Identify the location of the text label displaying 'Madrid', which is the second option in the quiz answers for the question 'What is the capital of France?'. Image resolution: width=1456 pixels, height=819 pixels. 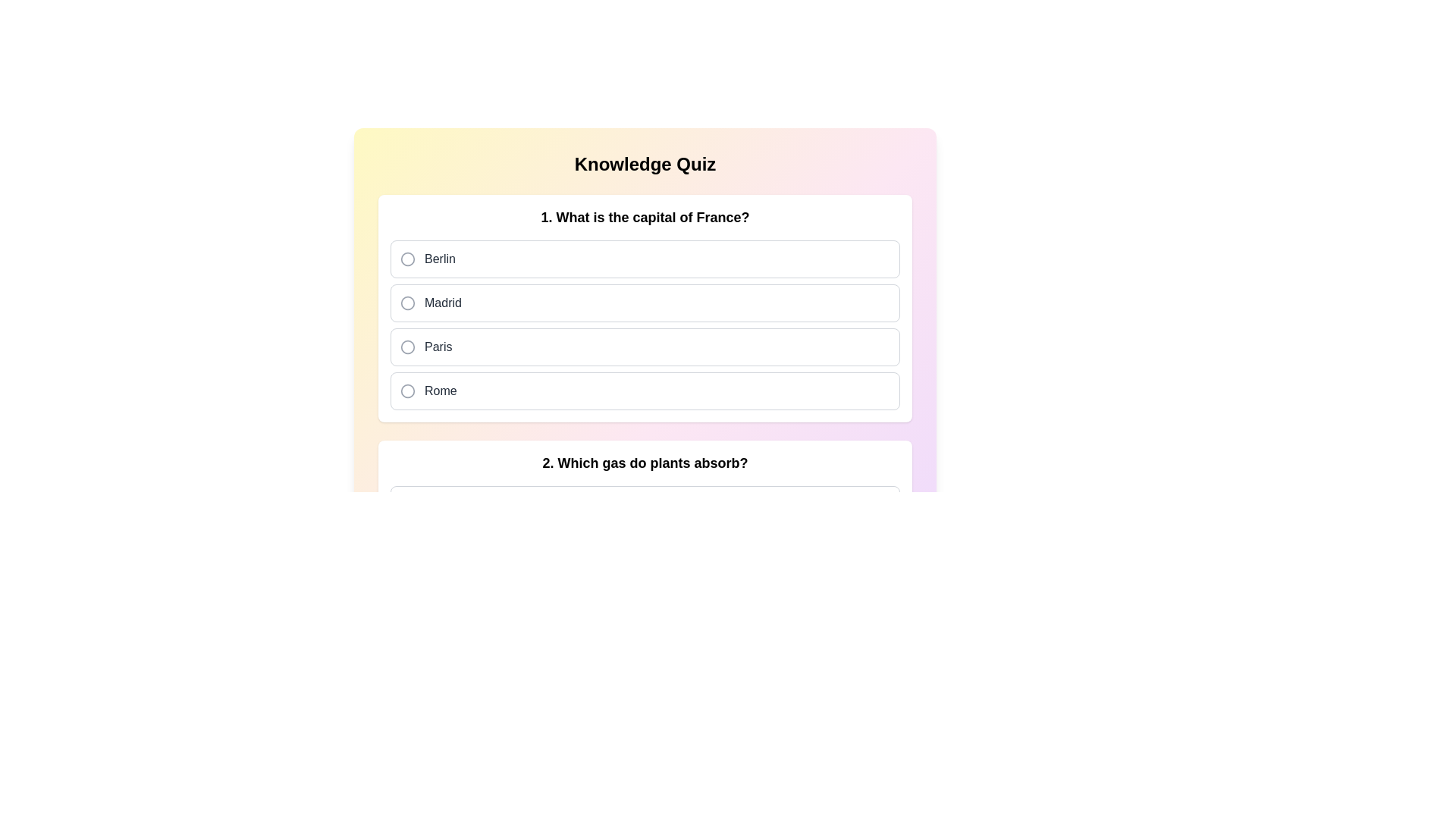
(442, 303).